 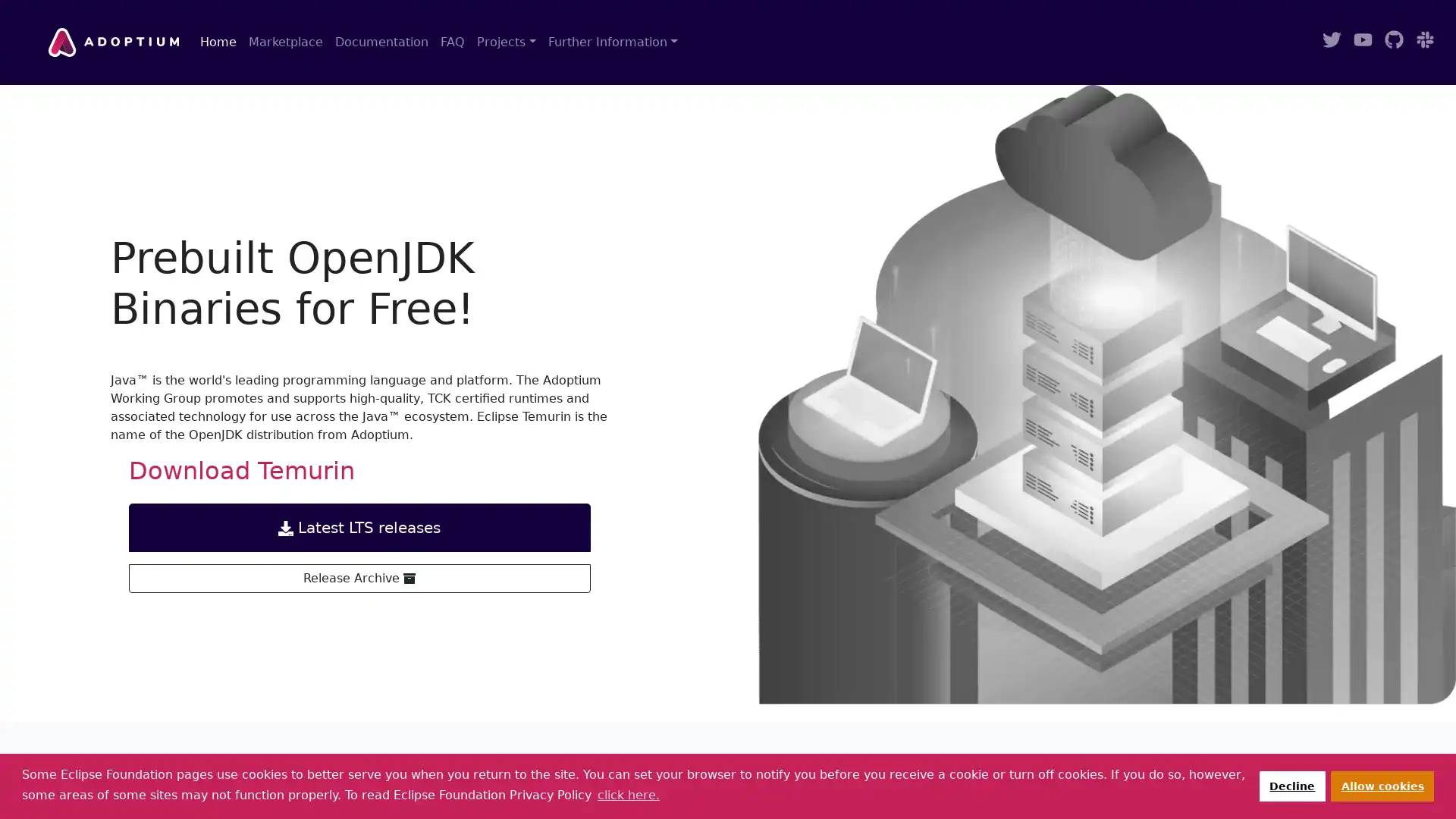 What do you see at coordinates (628, 794) in the screenshot?
I see `learn more about cookies` at bounding box center [628, 794].